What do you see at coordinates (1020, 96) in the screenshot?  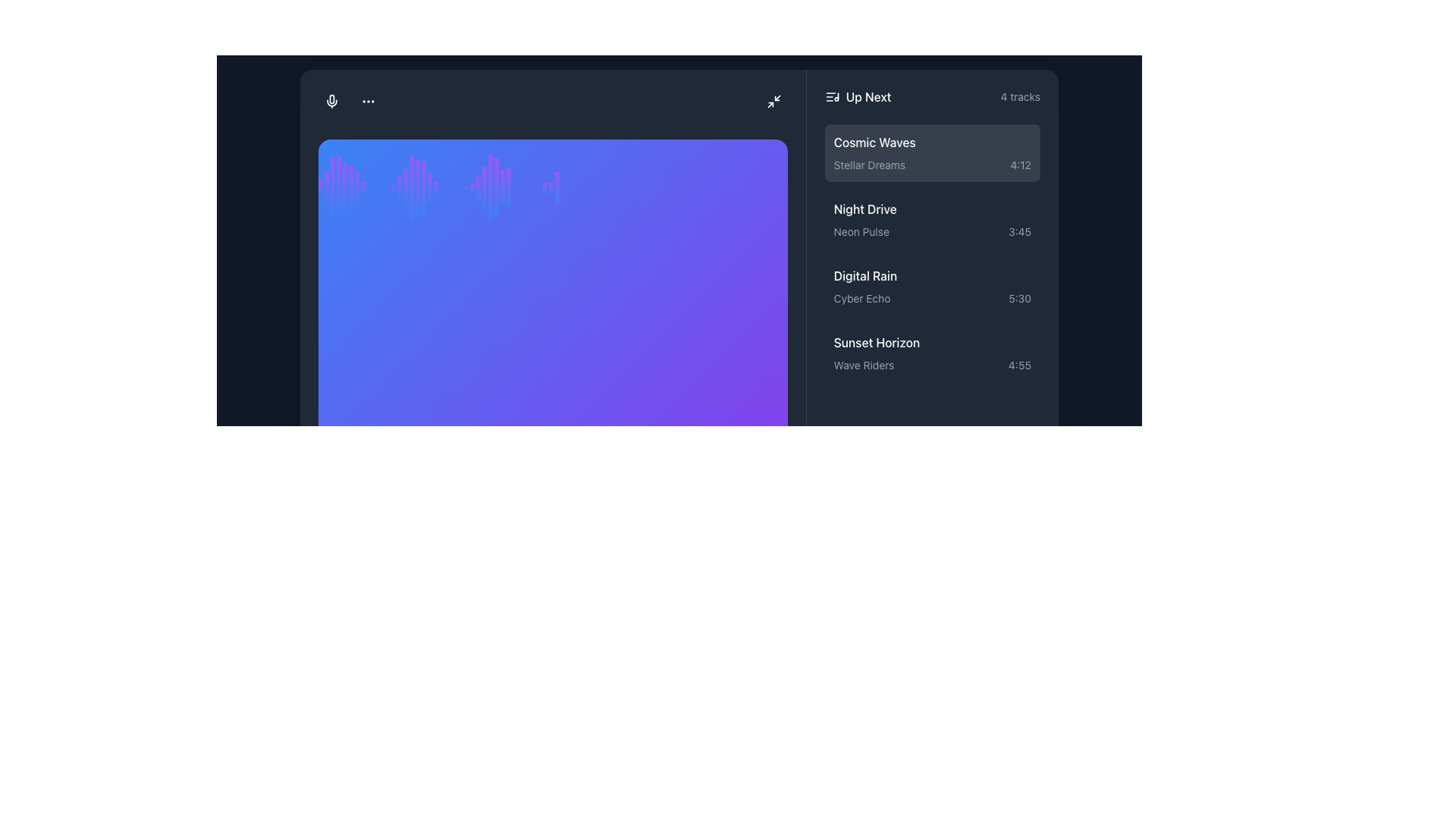 I see `the Text Label displaying '4 tracks', located in the top-right corner of the 'Up Next' section` at bounding box center [1020, 96].